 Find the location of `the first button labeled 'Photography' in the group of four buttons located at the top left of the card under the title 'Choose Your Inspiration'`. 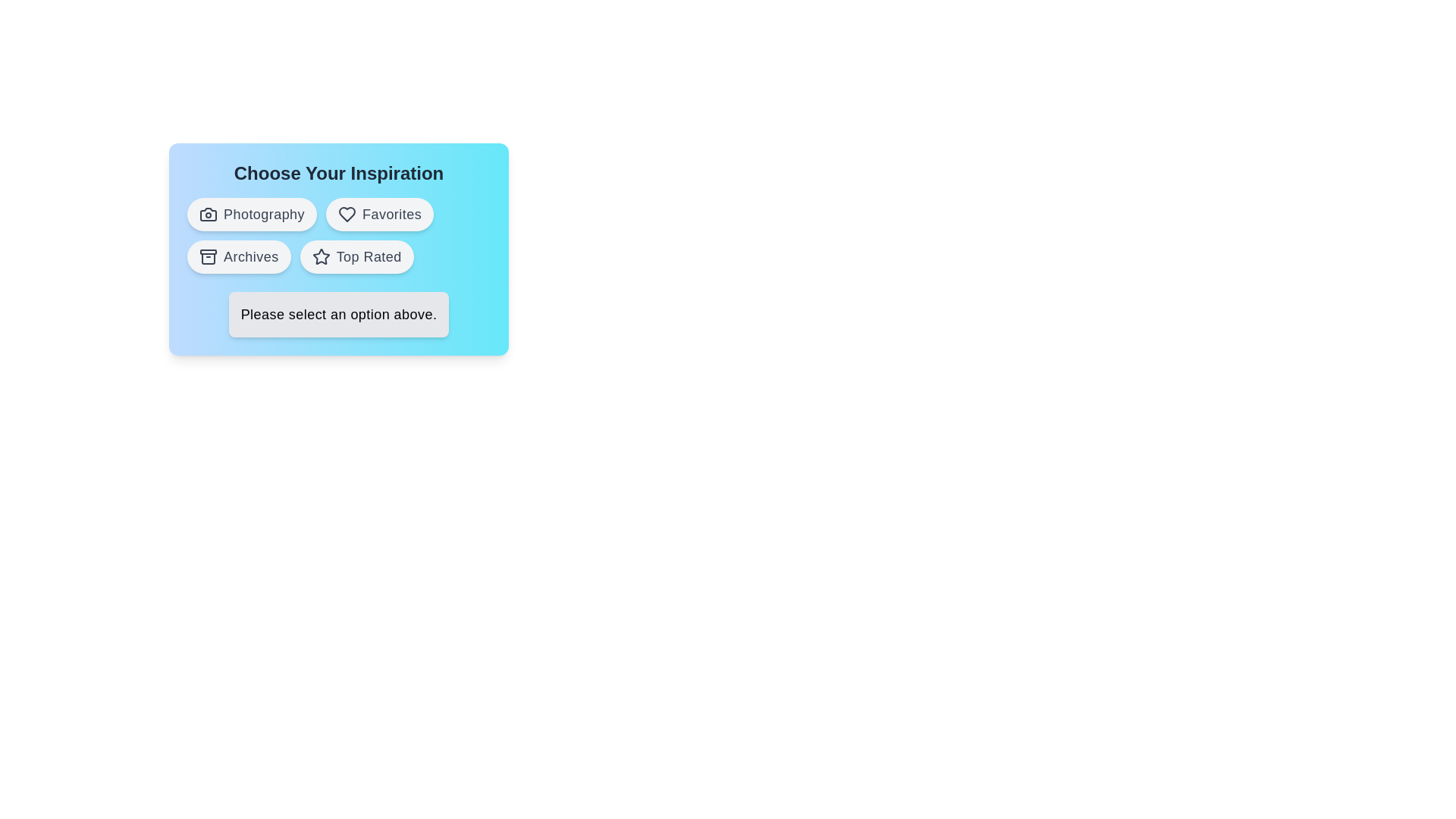

the first button labeled 'Photography' in the group of four buttons located at the top left of the card under the title 'Choose Your Inspiration' is located at coordinates (264, 214).